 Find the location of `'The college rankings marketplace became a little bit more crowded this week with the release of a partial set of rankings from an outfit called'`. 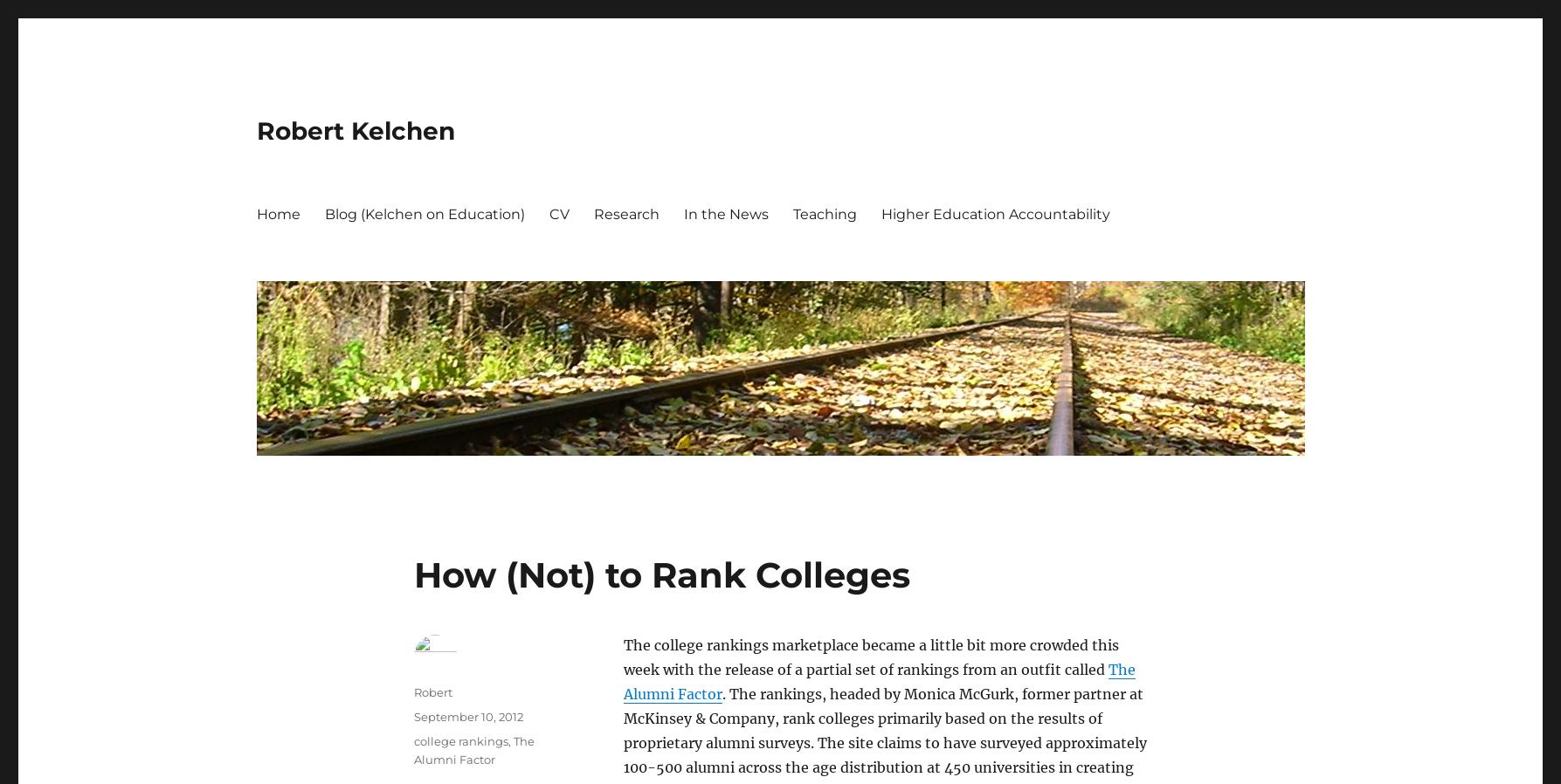

'The college rankings marketplace became a little bit more crowded this week with the release of a partial set of rankings from an outfit called' is located at coordinates (869, 657).